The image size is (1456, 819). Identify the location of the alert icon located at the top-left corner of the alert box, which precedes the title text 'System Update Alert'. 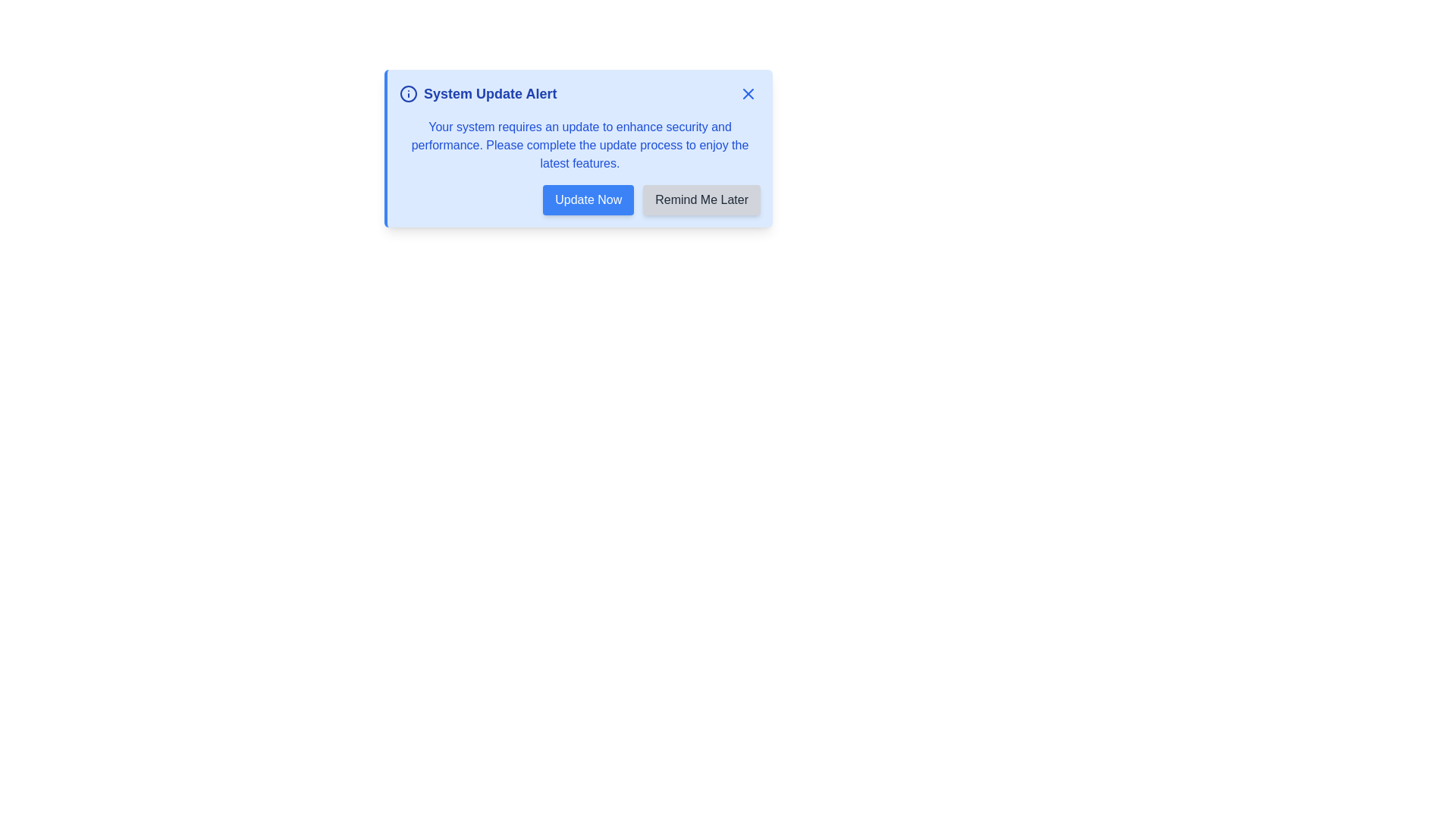
(408, 93).